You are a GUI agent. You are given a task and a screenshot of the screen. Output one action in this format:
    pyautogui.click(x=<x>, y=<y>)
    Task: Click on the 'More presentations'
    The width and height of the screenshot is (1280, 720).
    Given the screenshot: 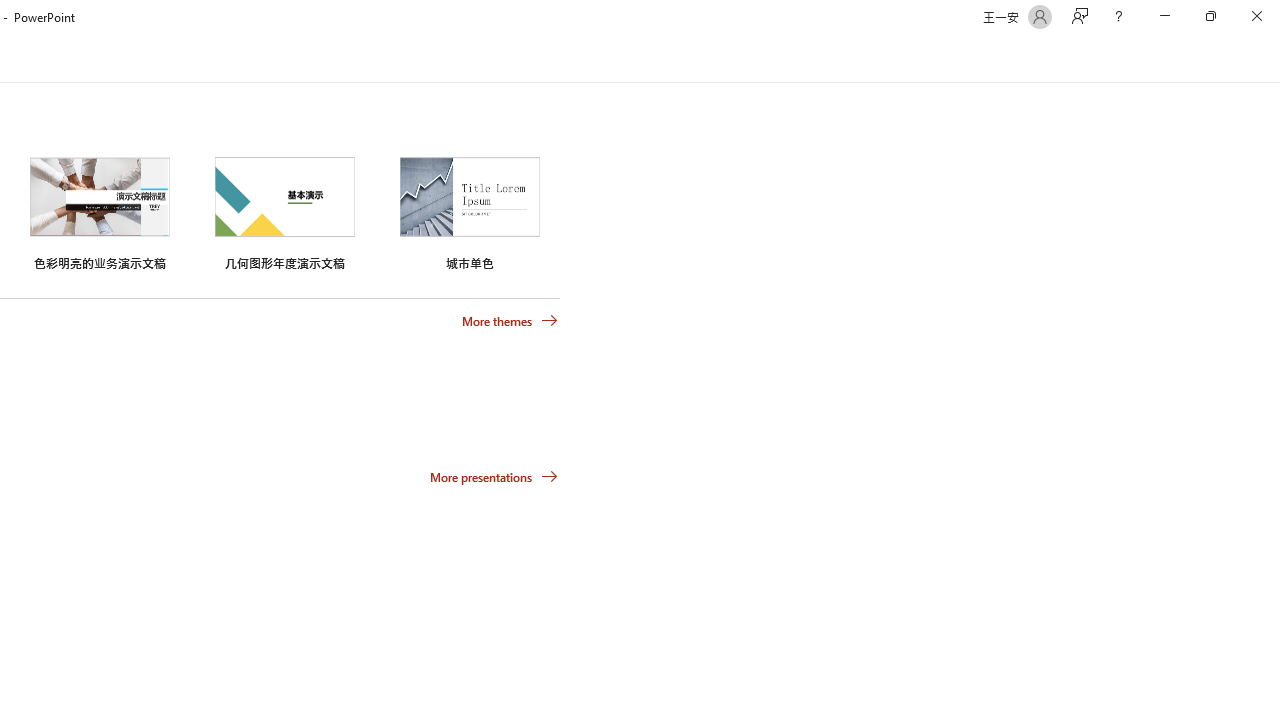 What is the action you would take?
    pyautogui.click(x=494, y=477)
    